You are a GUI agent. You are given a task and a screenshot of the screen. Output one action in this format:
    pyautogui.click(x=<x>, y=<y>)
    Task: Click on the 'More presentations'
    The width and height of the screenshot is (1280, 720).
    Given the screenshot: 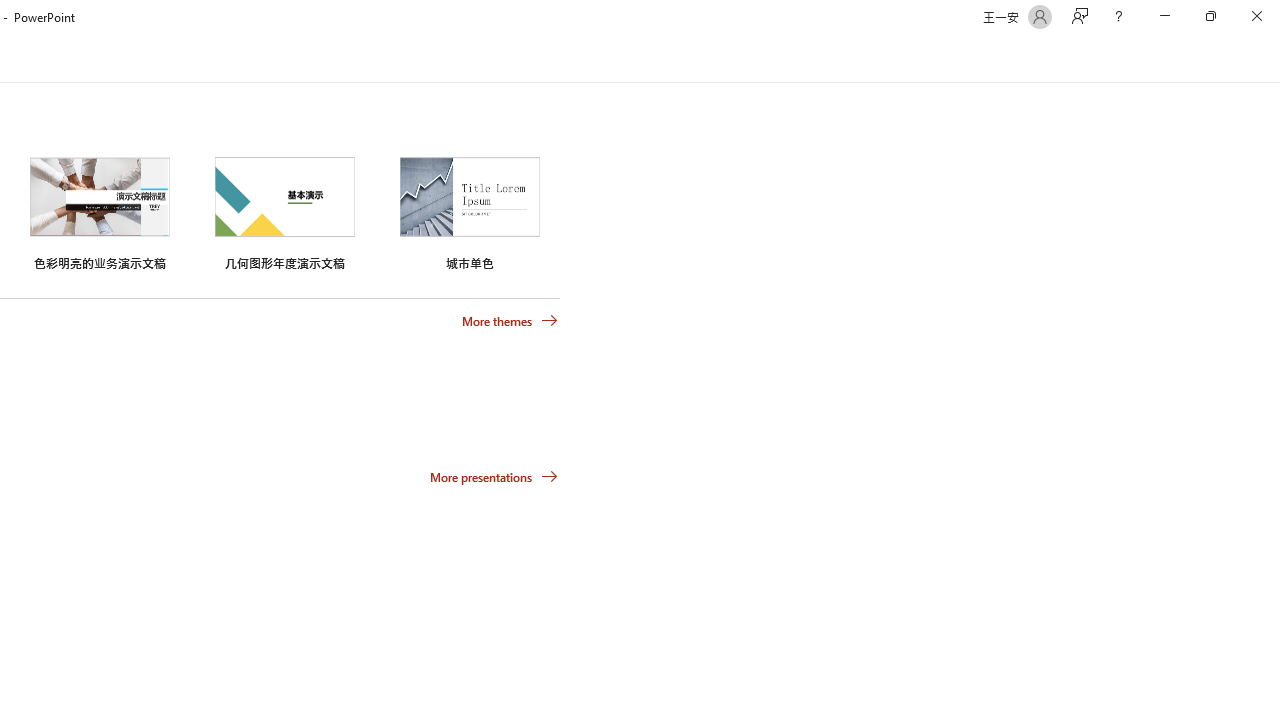 What is the action you would take?
    pyautogui.click(x=494, y=477)
    